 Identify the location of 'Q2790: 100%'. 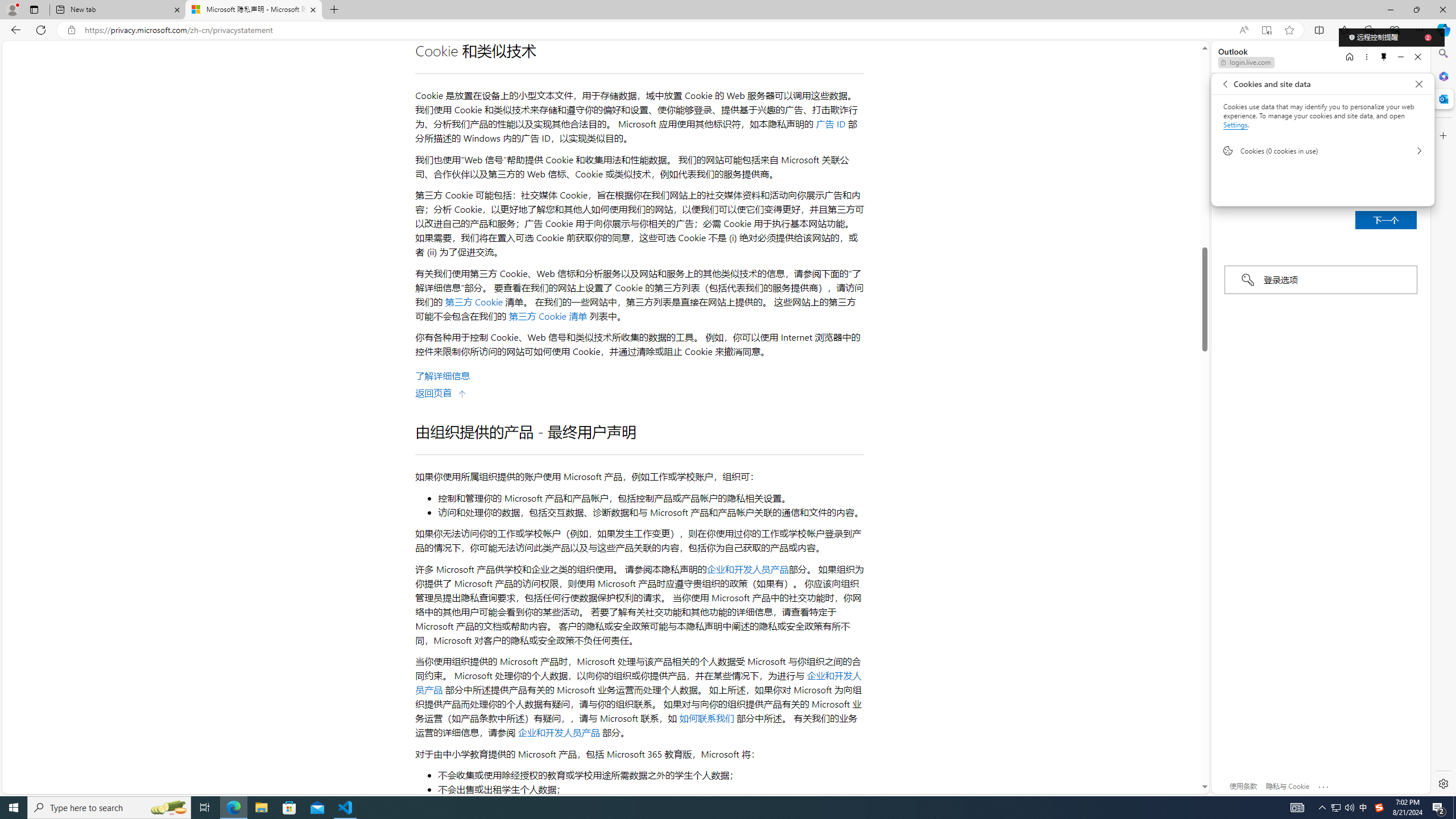
(1349, 806).